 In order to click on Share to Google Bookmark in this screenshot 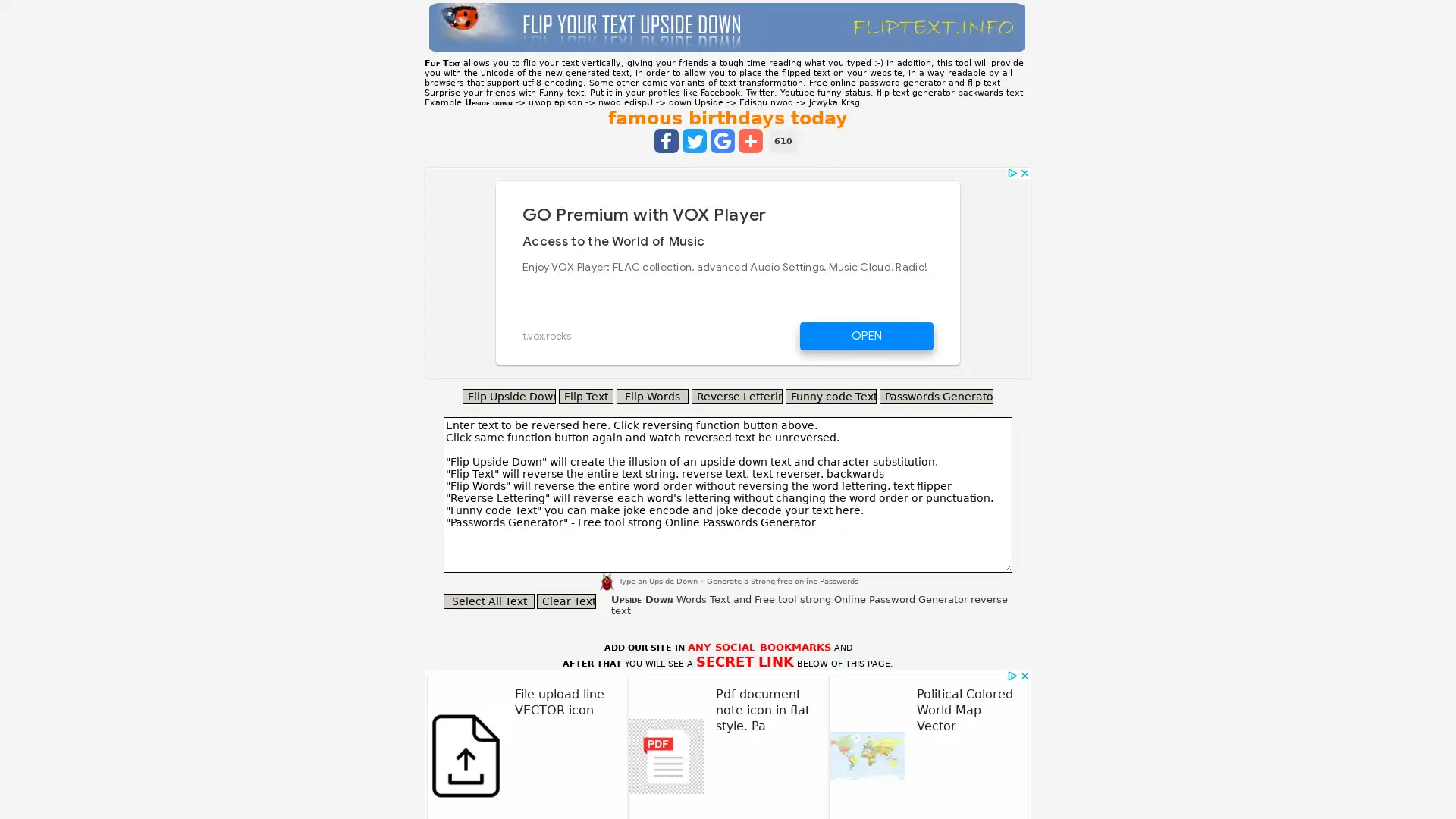, I will do `click(722, 140)`.